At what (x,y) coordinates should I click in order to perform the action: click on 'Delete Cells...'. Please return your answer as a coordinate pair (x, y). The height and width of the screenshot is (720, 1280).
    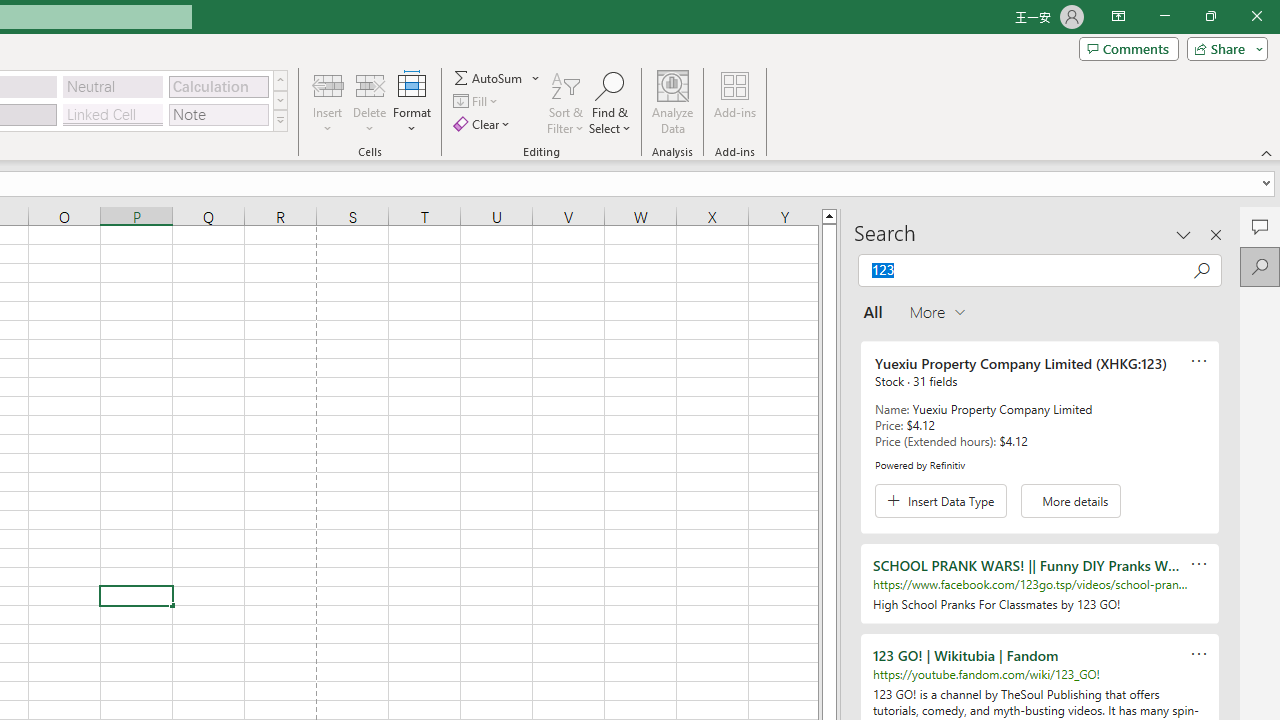
    Looking at the image, I should click on (369, 84).